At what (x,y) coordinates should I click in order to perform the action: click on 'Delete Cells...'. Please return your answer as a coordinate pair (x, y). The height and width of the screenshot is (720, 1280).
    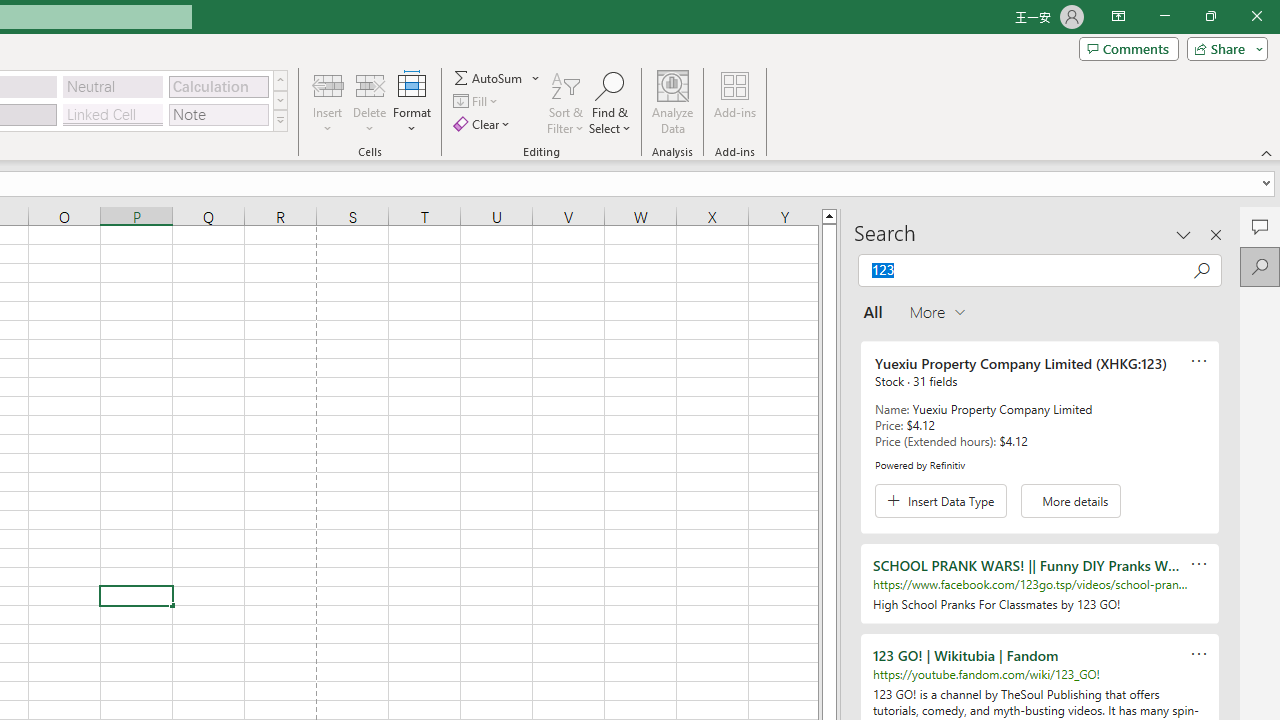
    Looking at the image, I should click on (369, 84).